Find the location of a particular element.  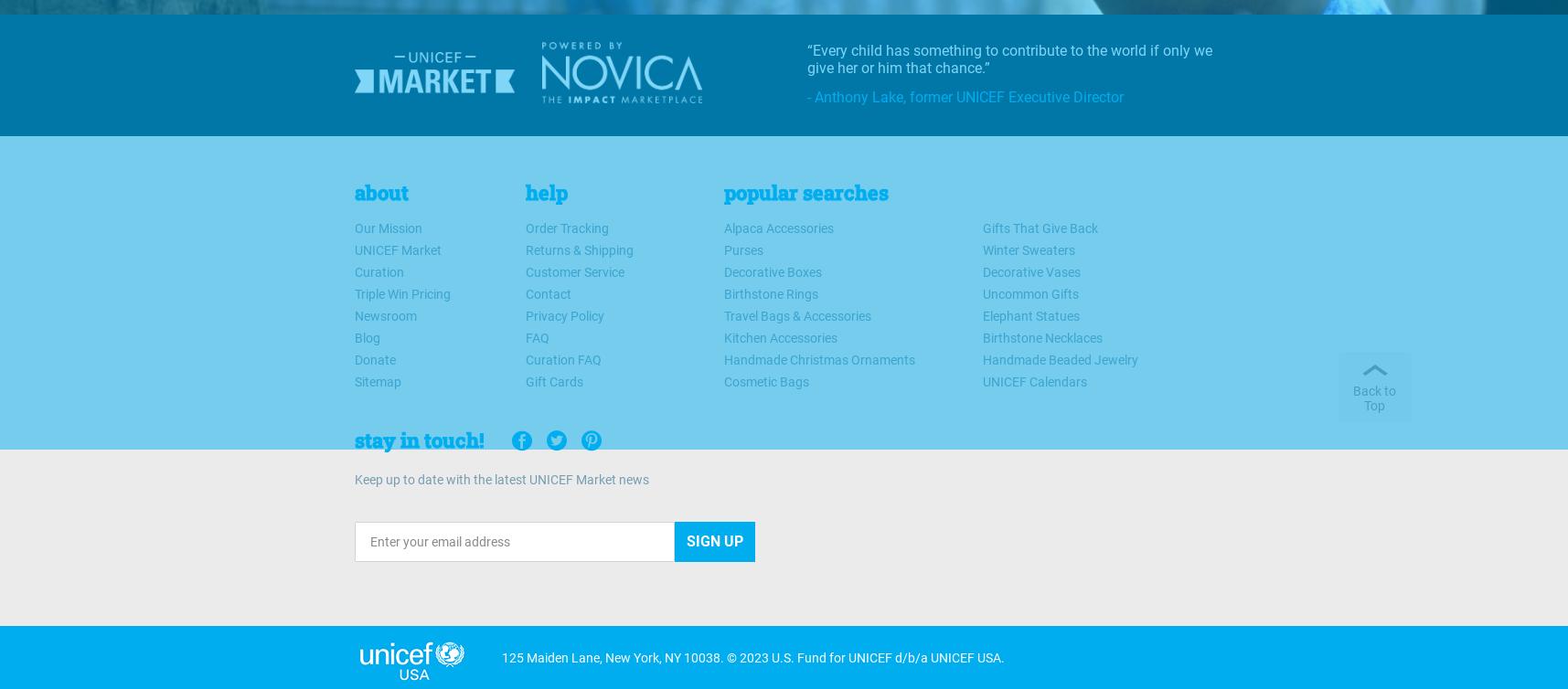

'About' is located at coordinates (380, 190).